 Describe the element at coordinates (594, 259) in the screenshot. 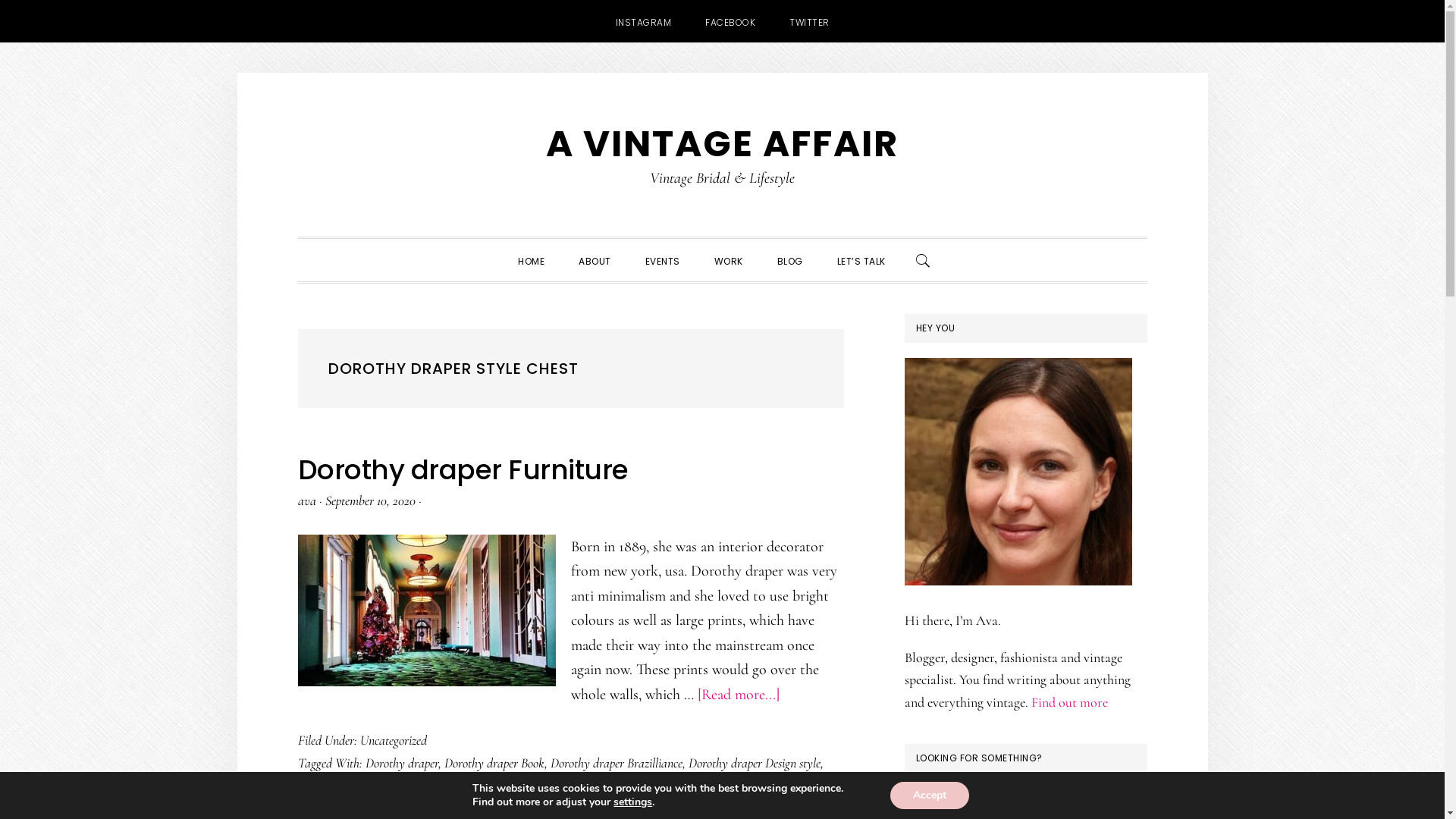

I see `'ABOUT'` at that location.